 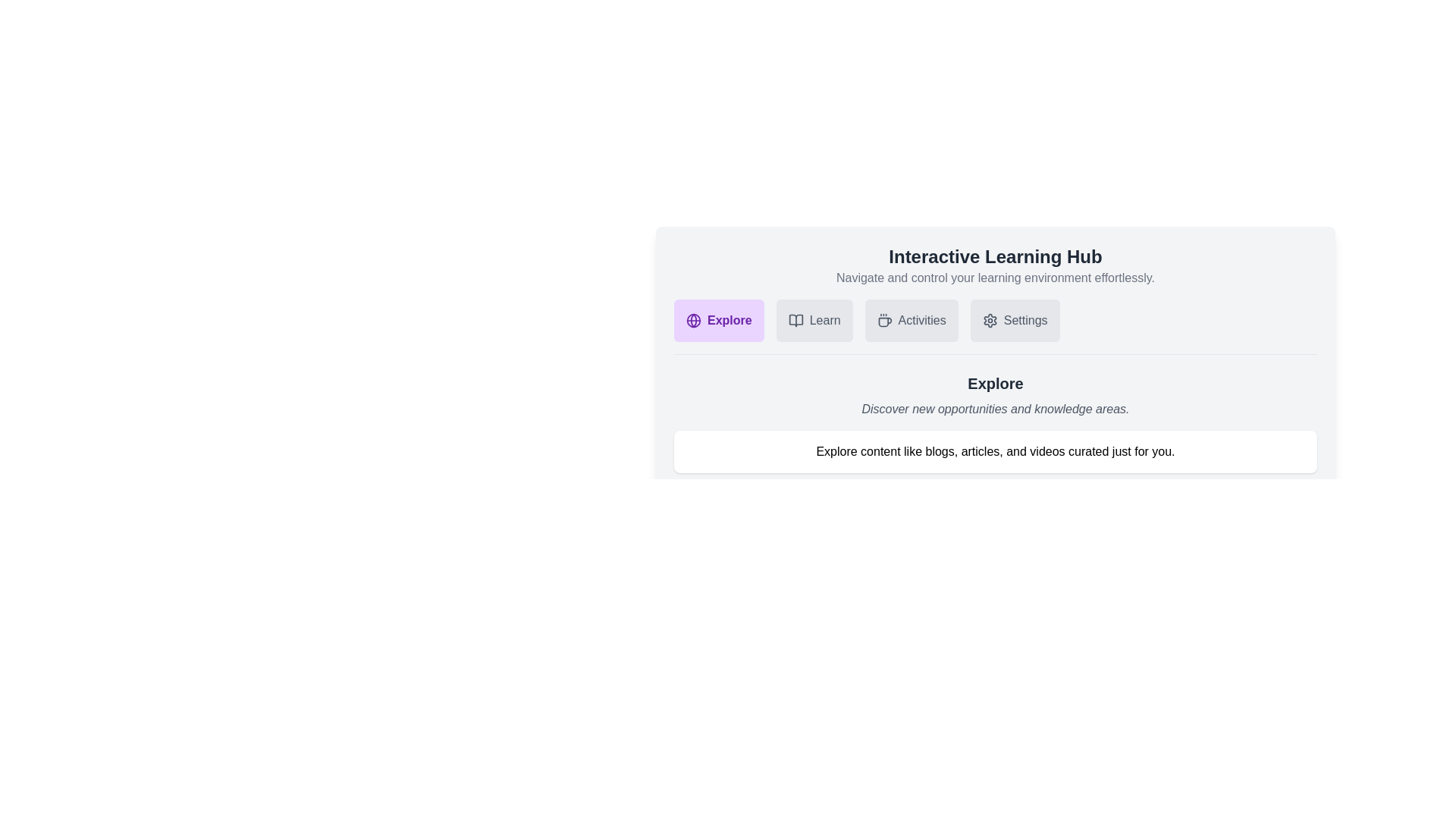 What do you see at coordinates (996, 451) in the screenshot?
I see `the informational text block located below the phrase 'Discover new opportunities and knowledge areas.' in the 'Explore' section` at bounding box center [996, 451].